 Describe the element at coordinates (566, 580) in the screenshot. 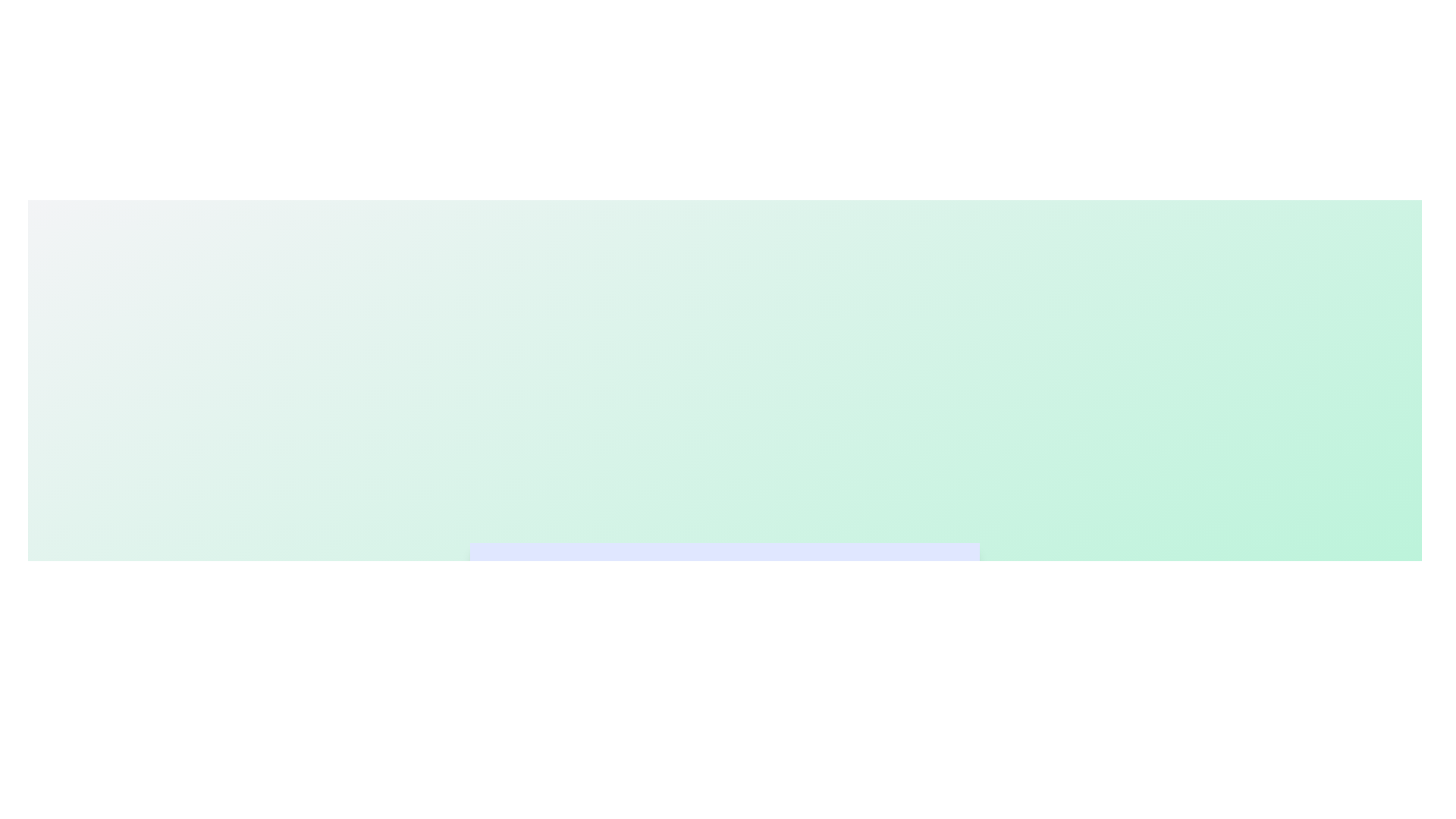

I see `the Overview tab by clicking on it` at that location.